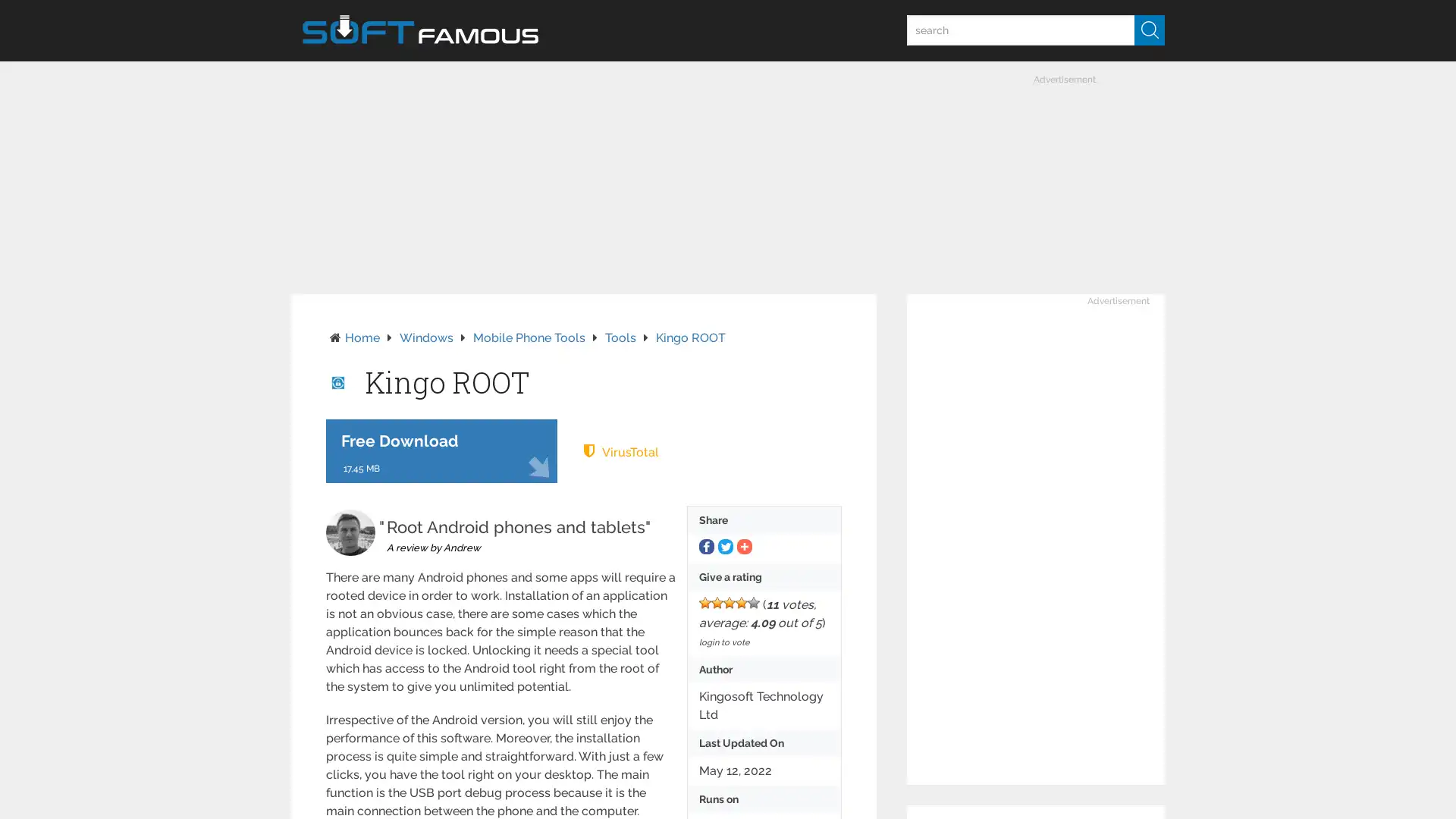 Image resolution: width=1456 pixels, height=819 pixels. I want to click on Share to Facebook, so click(705, 546).